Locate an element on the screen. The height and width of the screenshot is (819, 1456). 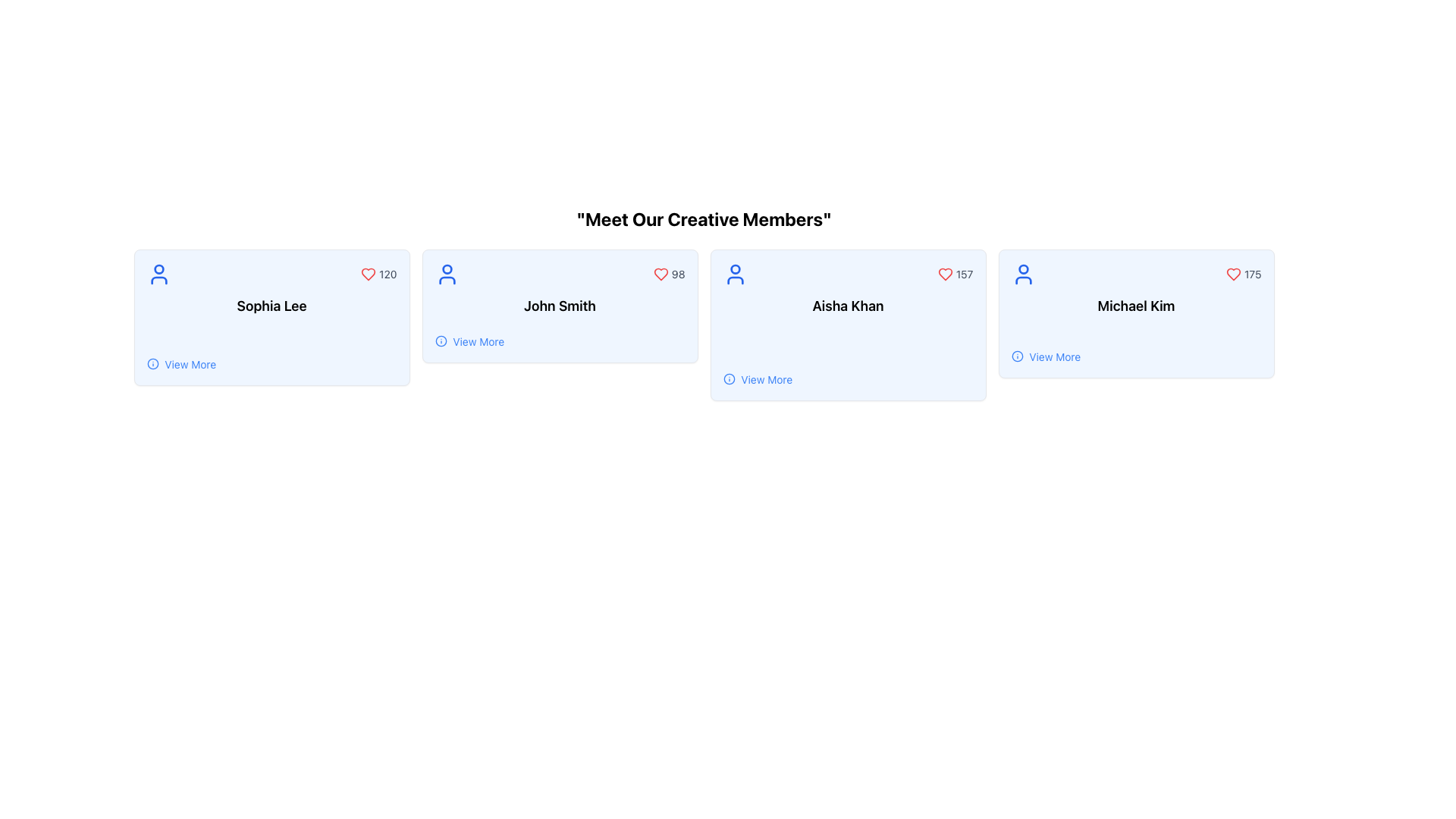
the user icon styled as an SVG graphic representing 'Aisha Khan' located at the top left corner of the card is located at coordinates (735, 275).